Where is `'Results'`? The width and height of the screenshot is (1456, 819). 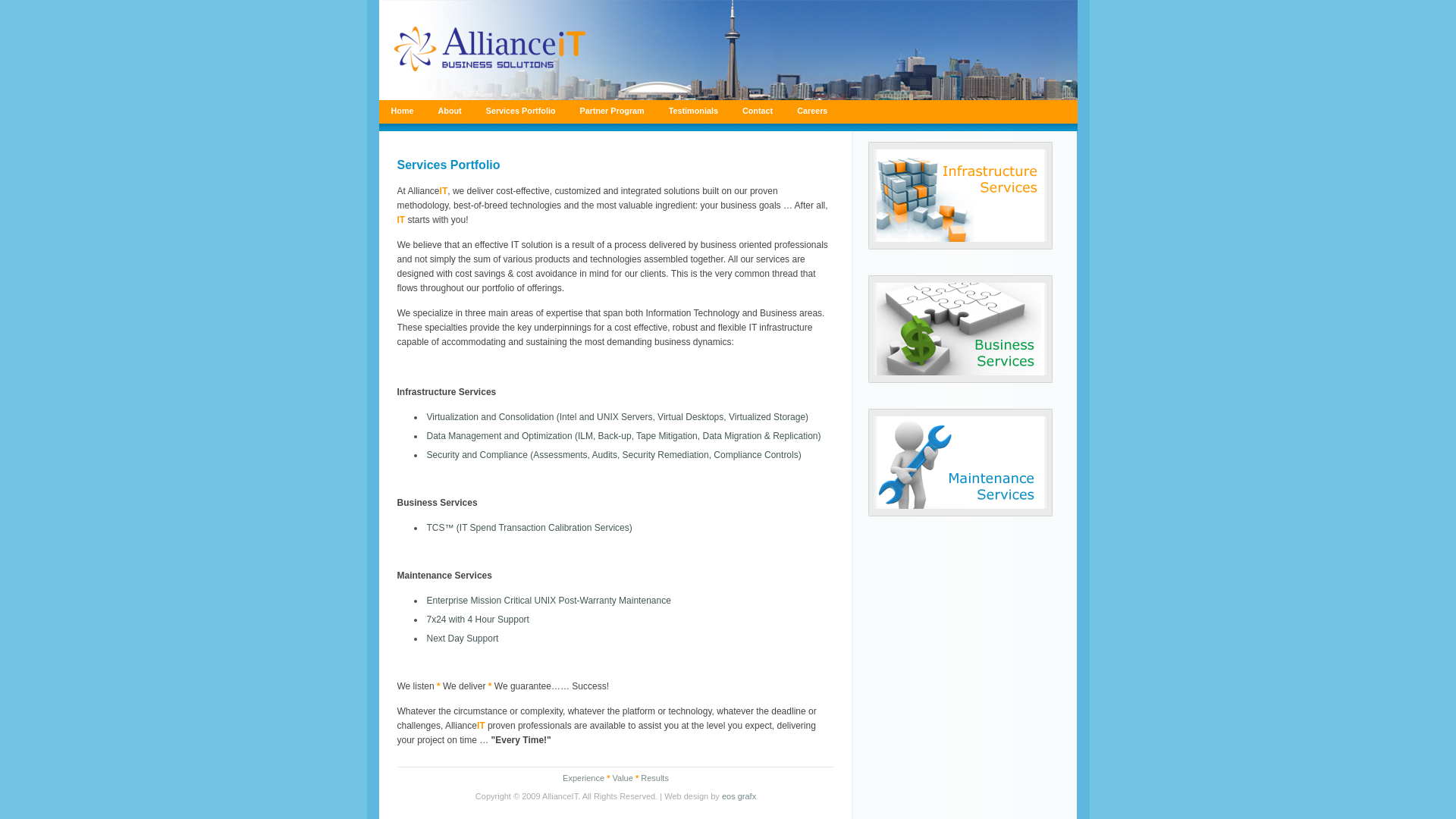
'Results' is located at coordinates (654, 778).